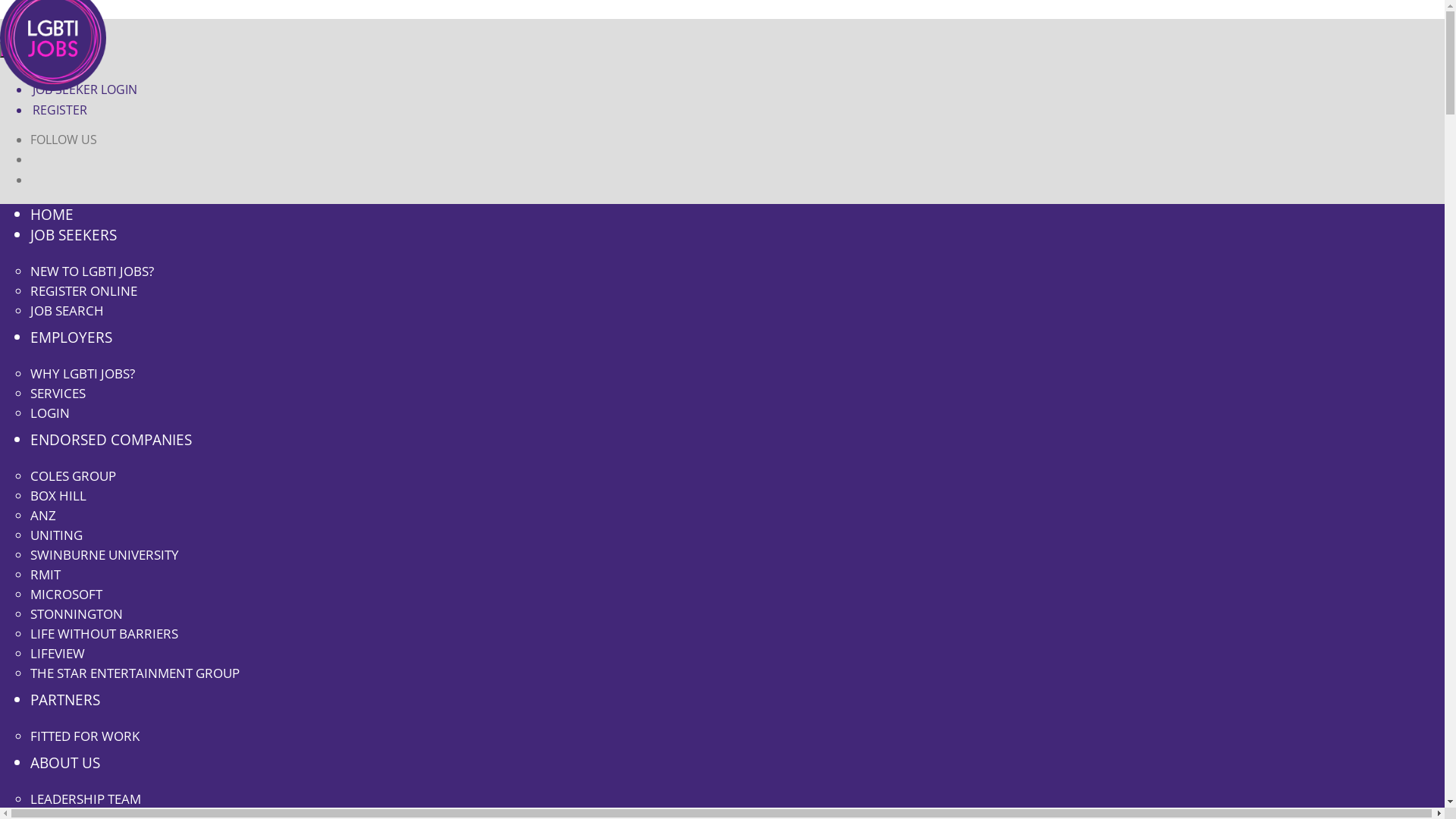 This screenshot has width=1456, height=819. Describe the element at coordinates (104, 554) in the screenshot. I see `'SWINBURNE UNIVERSITY'` at that location.